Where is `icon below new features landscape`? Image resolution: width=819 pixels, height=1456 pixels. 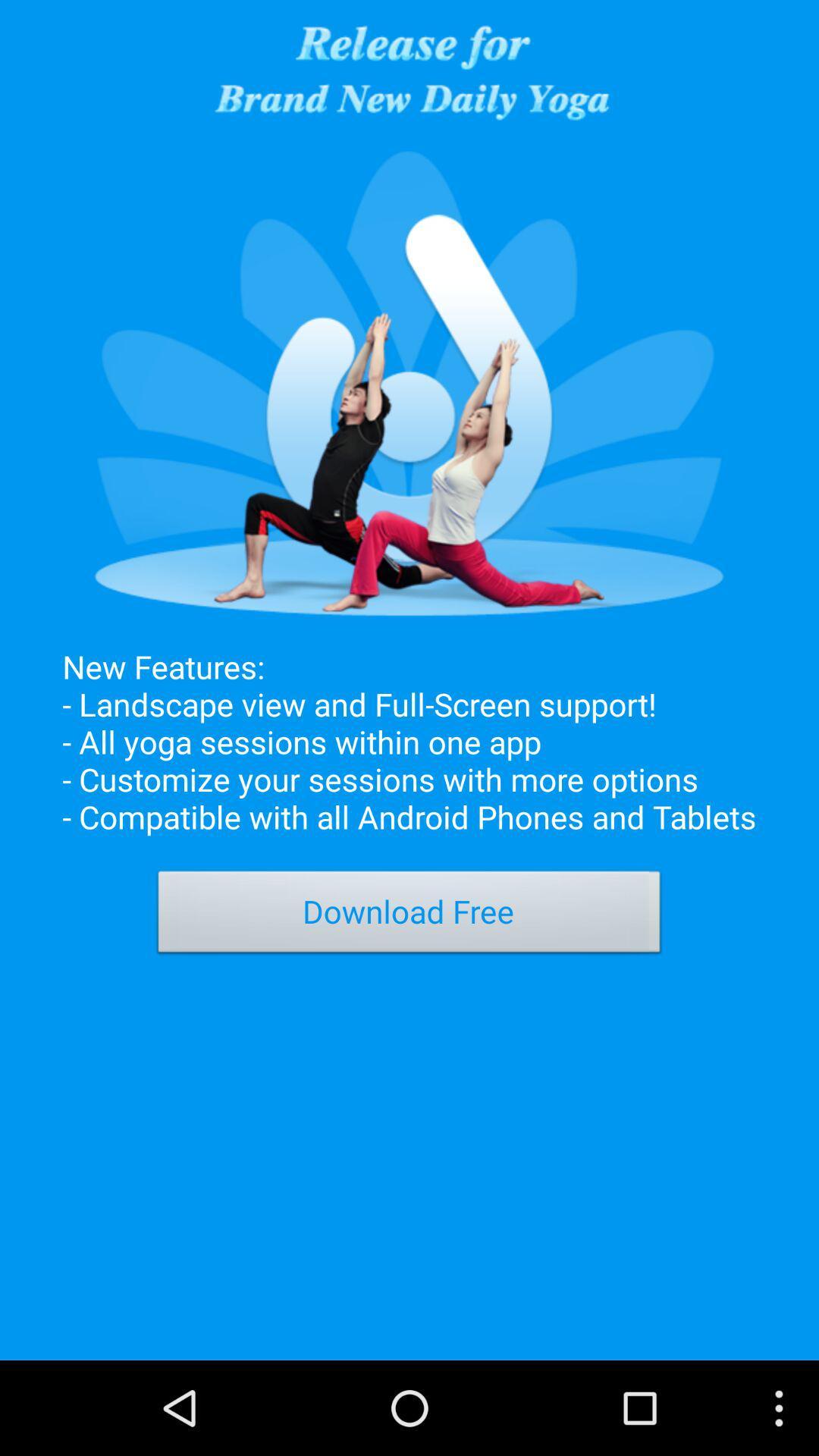 icon below new features landscape is located at coordinates (409, 915).